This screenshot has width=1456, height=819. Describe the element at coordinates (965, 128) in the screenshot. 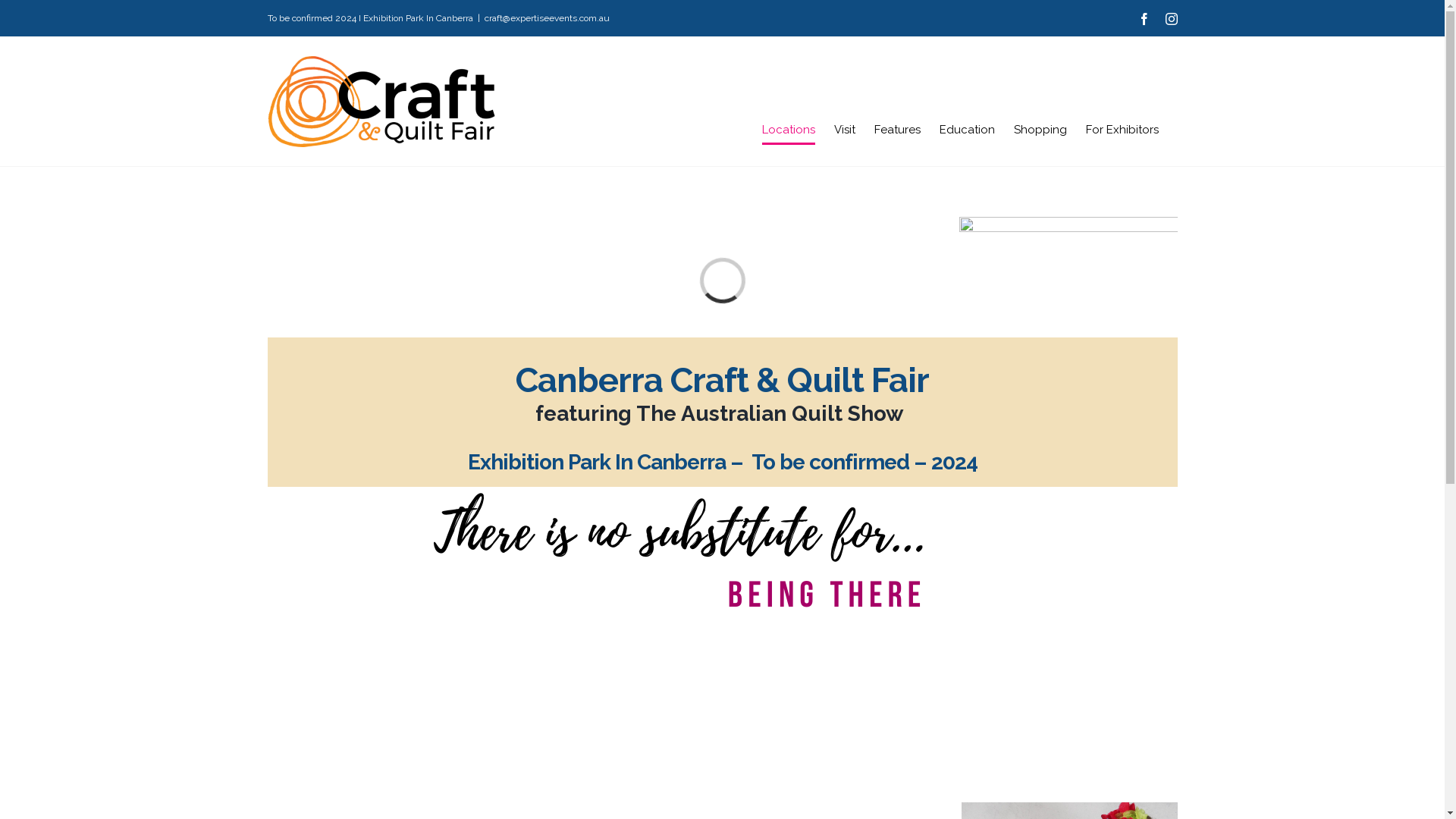

I see `'Education'` at that location.